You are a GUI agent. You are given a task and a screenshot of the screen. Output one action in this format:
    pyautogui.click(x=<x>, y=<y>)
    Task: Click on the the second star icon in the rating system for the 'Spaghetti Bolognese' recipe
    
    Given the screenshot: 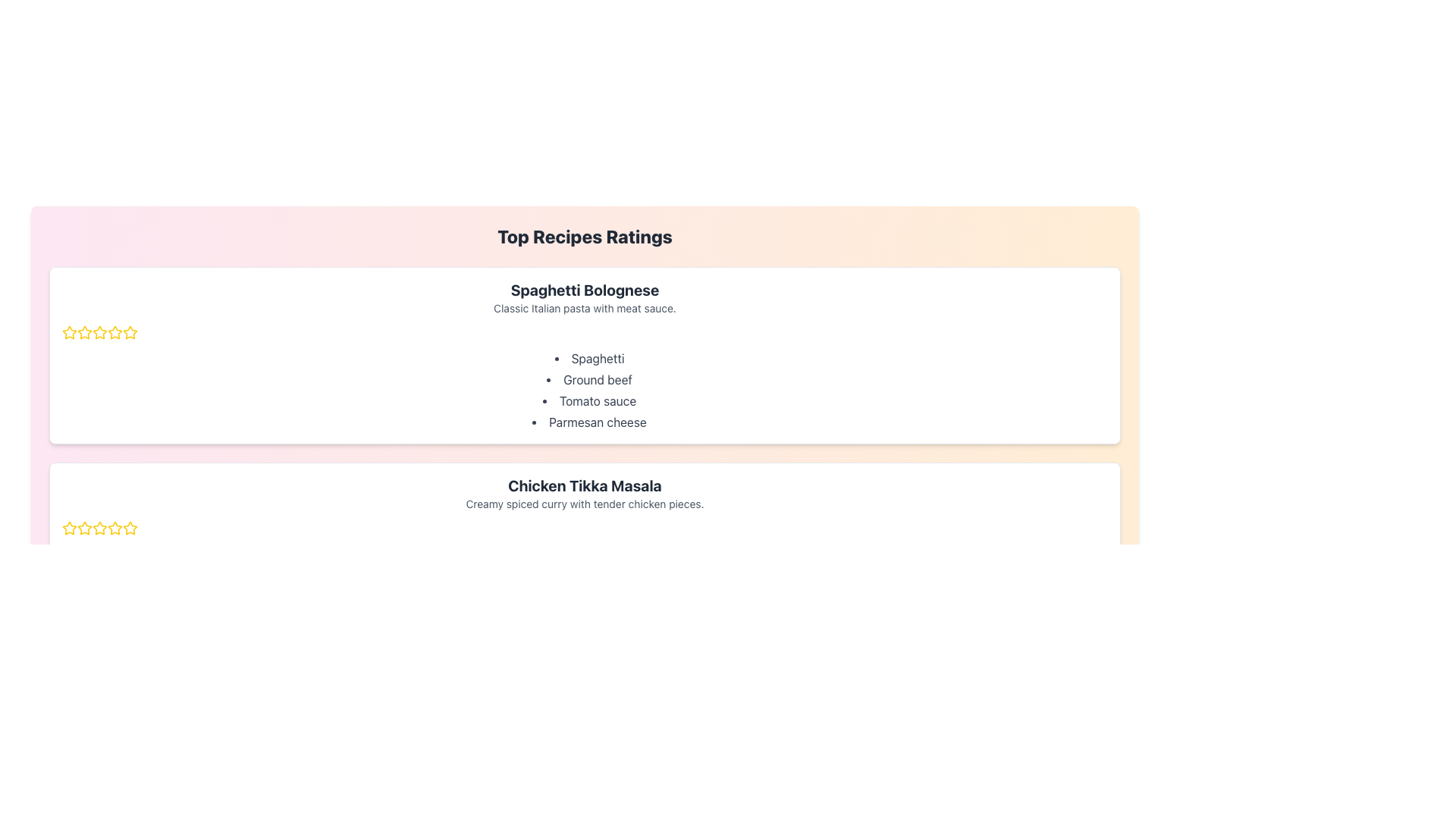 What is the action you would take?
    pyautogui.click(x=99, y=331)
    